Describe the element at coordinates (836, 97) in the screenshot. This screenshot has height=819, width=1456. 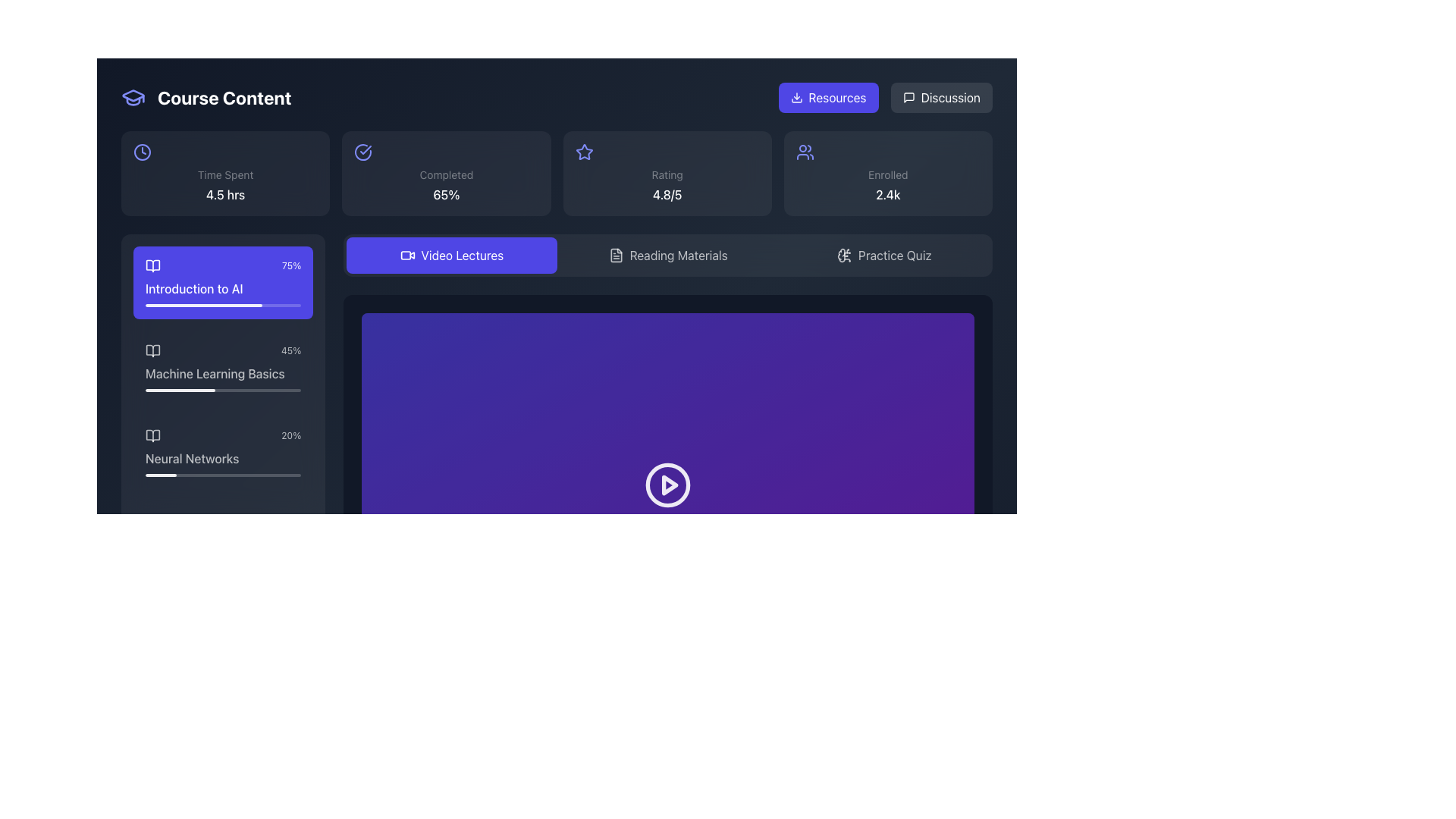
I see `the 'Resources' text label, which is part of a button with a blue background located under the title bar and next to the leftmost icon` at that location.